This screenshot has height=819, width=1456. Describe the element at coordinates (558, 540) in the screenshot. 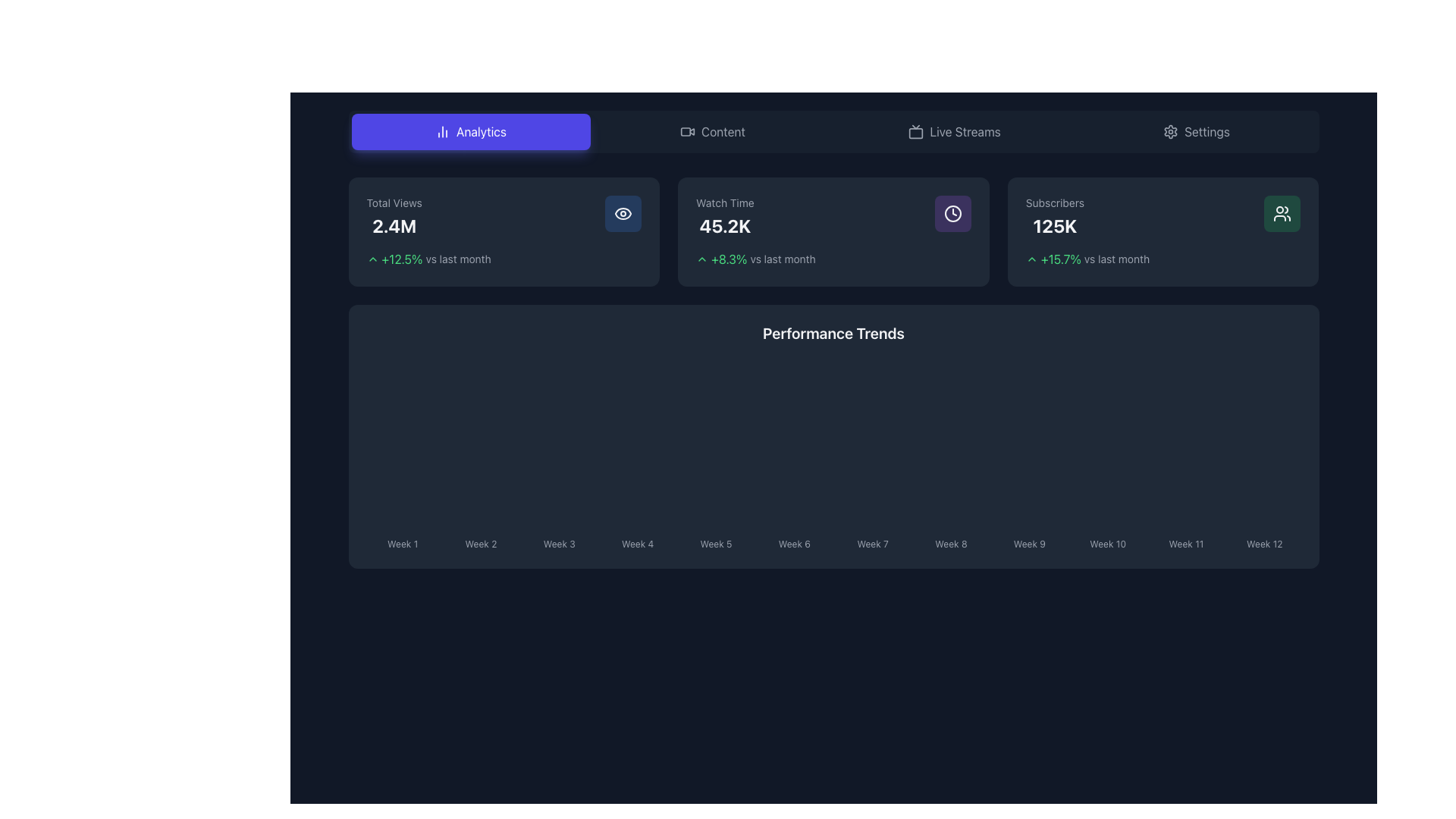

I see `the 'Week 3' text label, which is a rectangular area displaying the label centrally within a row of weeks` at that location.